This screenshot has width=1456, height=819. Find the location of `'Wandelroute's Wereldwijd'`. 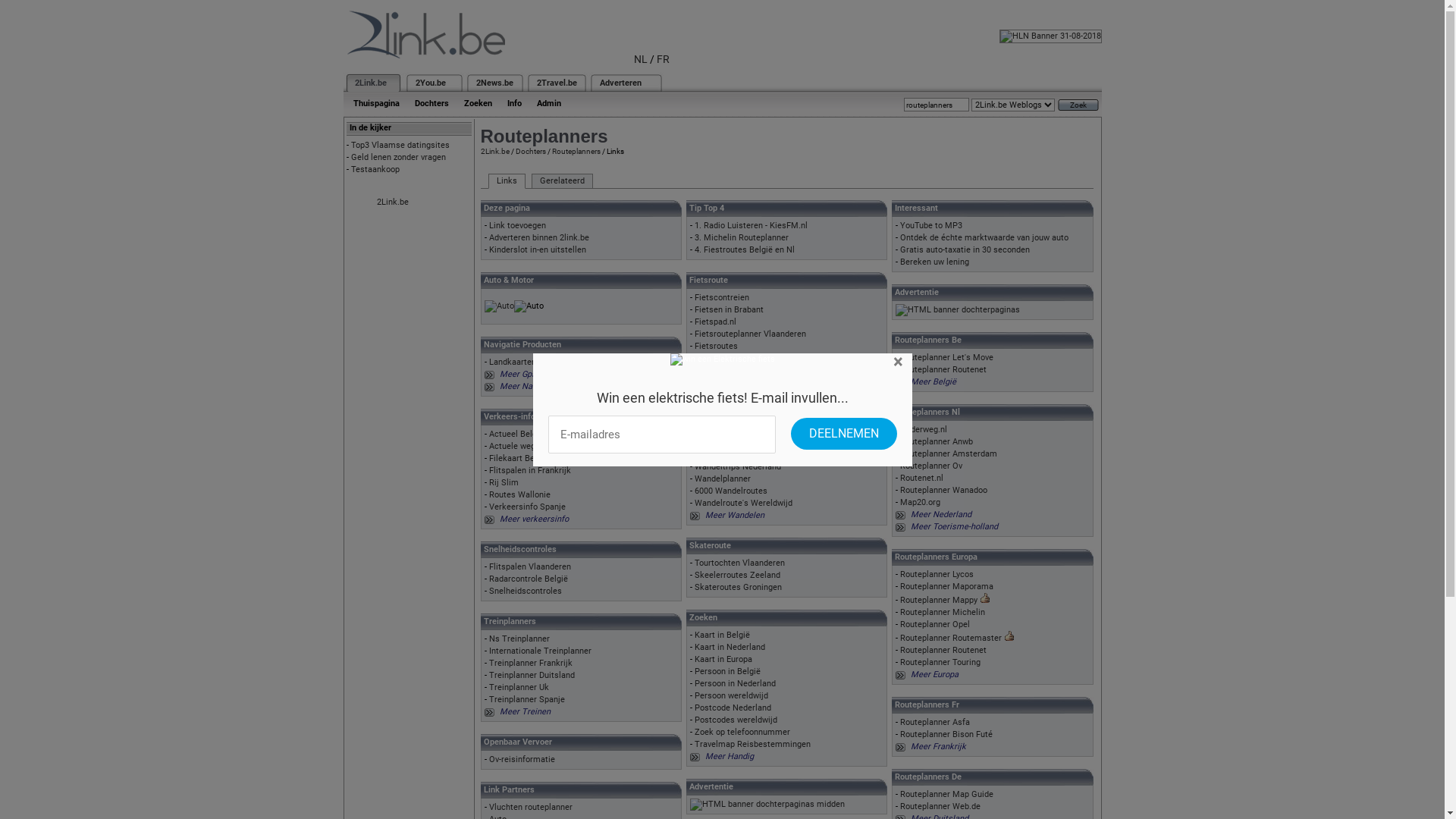

'Wandelroute's Wereldwijd' is located at coordinates (743, 503).